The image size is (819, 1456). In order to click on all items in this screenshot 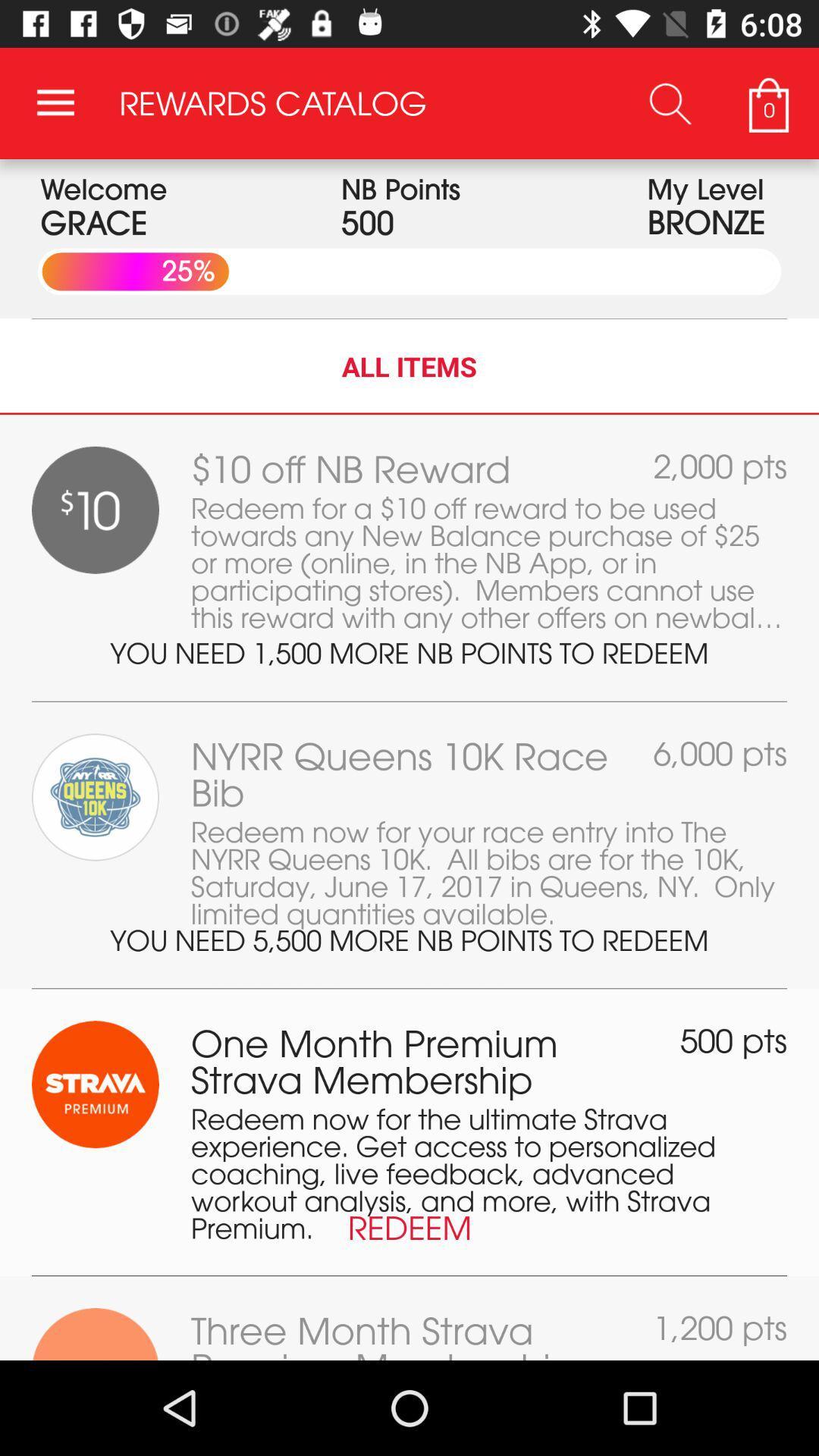, I will do `click(409, 366)`.